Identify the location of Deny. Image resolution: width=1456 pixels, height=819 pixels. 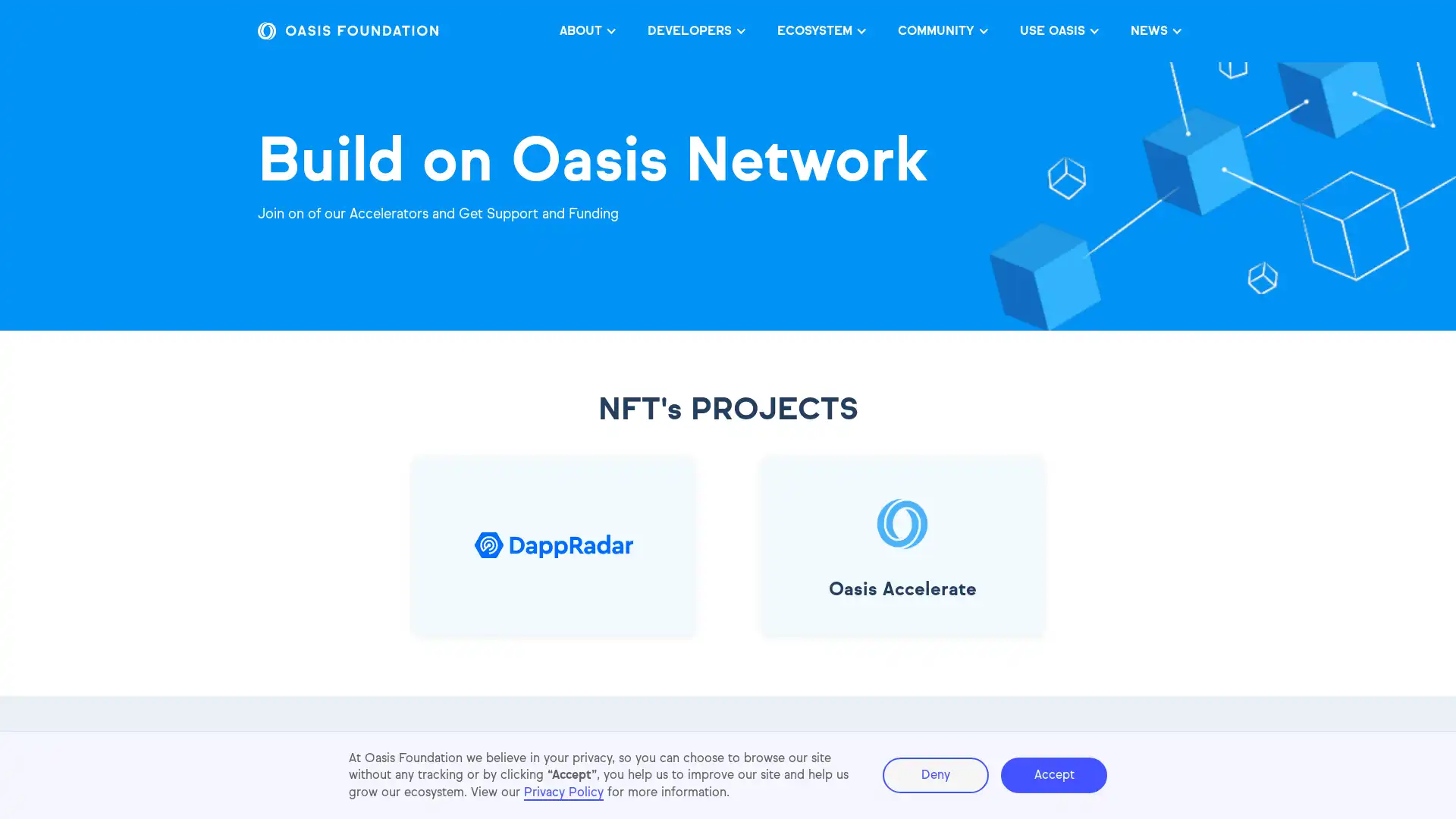
(934, 775).